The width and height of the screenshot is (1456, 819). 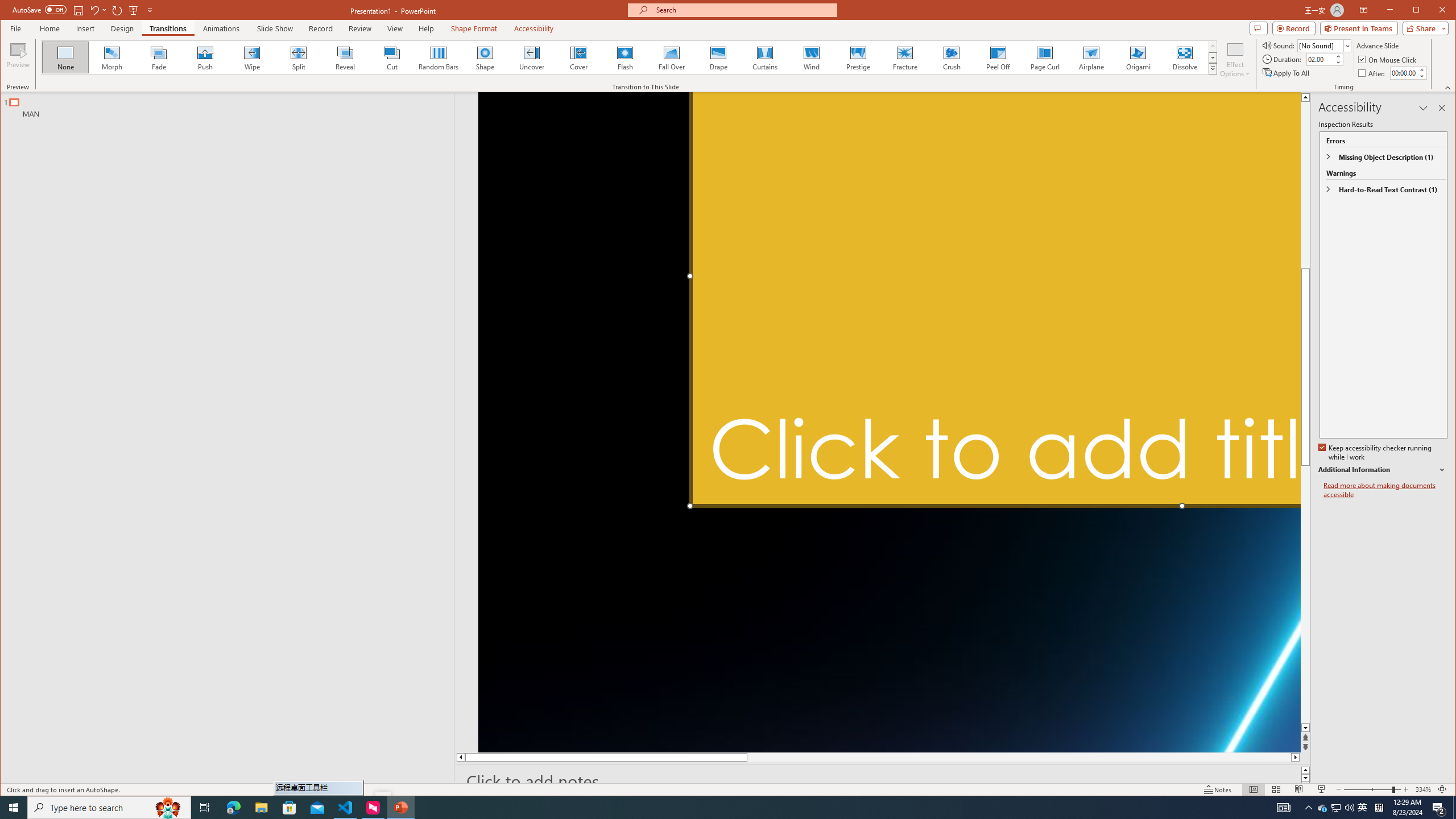 What do you see at coordinates (1387, 59) in the screenshot?
I see `'On Mouse Click'` at bounding box center [1387, 59].